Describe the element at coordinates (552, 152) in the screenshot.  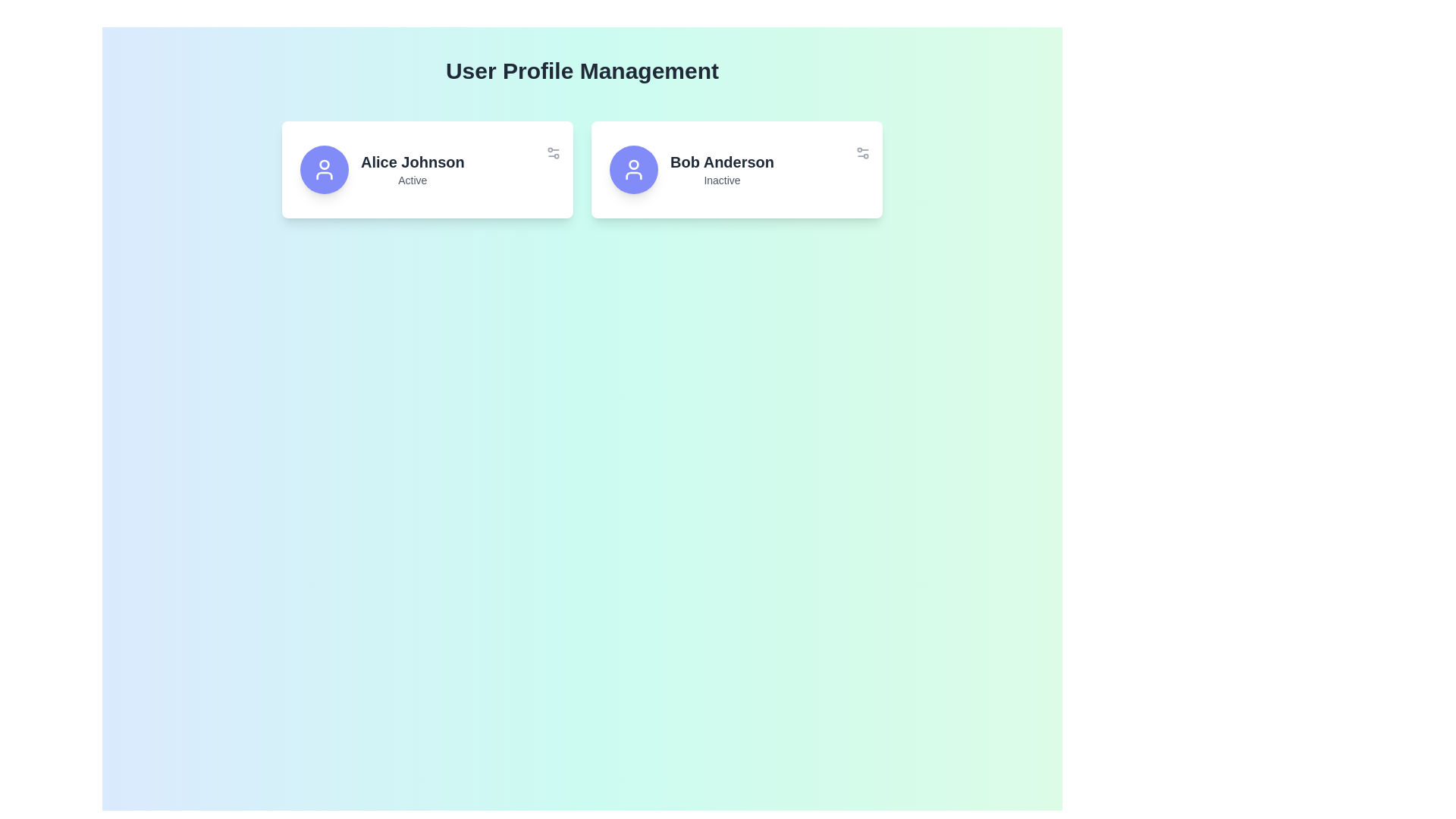
I see `the Settings icon located in the top-right corner of Alice Johnson's profile card` at that location.